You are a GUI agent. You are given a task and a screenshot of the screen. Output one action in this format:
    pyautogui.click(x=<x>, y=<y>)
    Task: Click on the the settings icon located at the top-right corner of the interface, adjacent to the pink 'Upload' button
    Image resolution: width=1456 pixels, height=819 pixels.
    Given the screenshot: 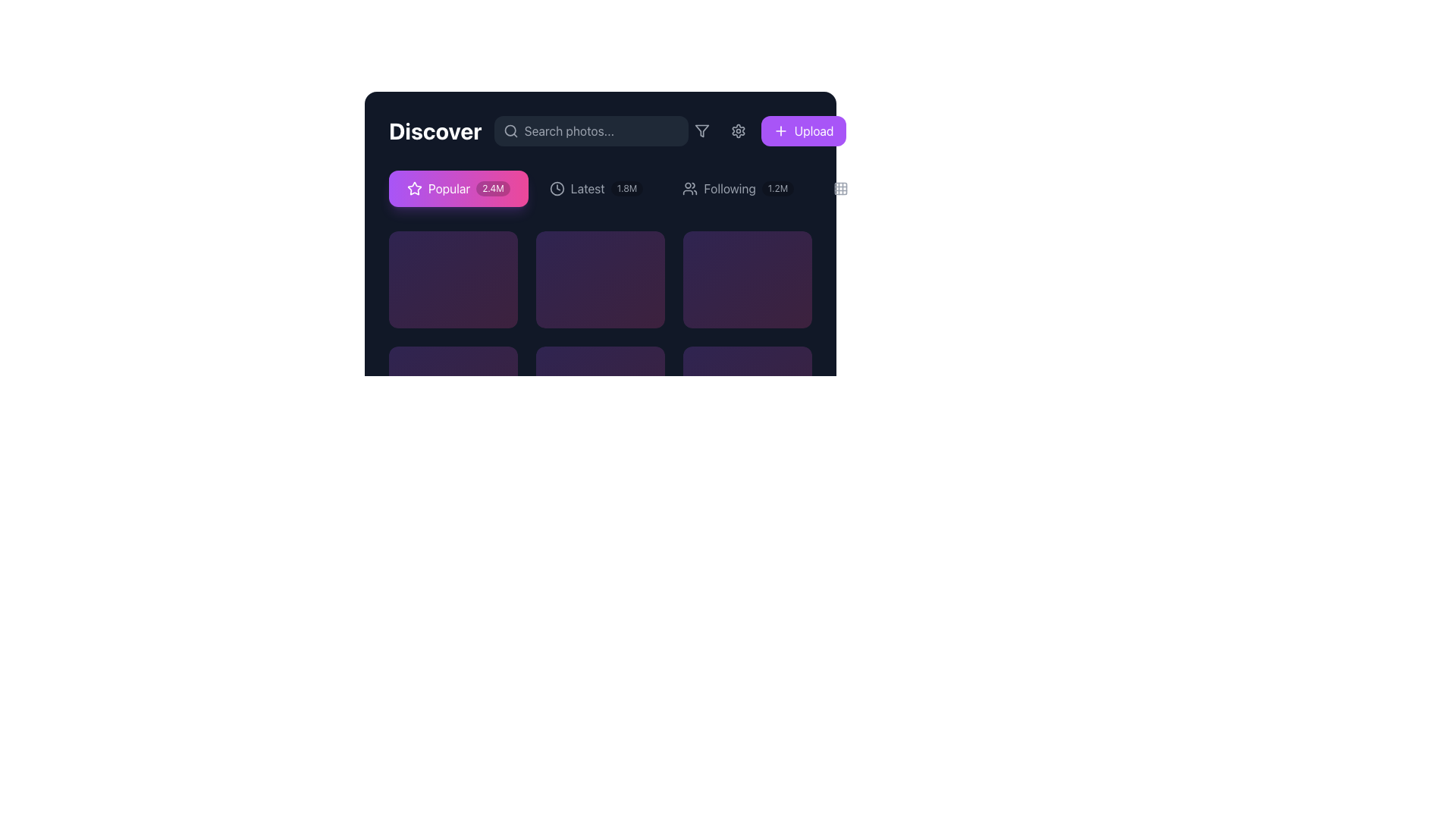 What is the action you would take?
    pyautogui.click(x=738, y=130)
    